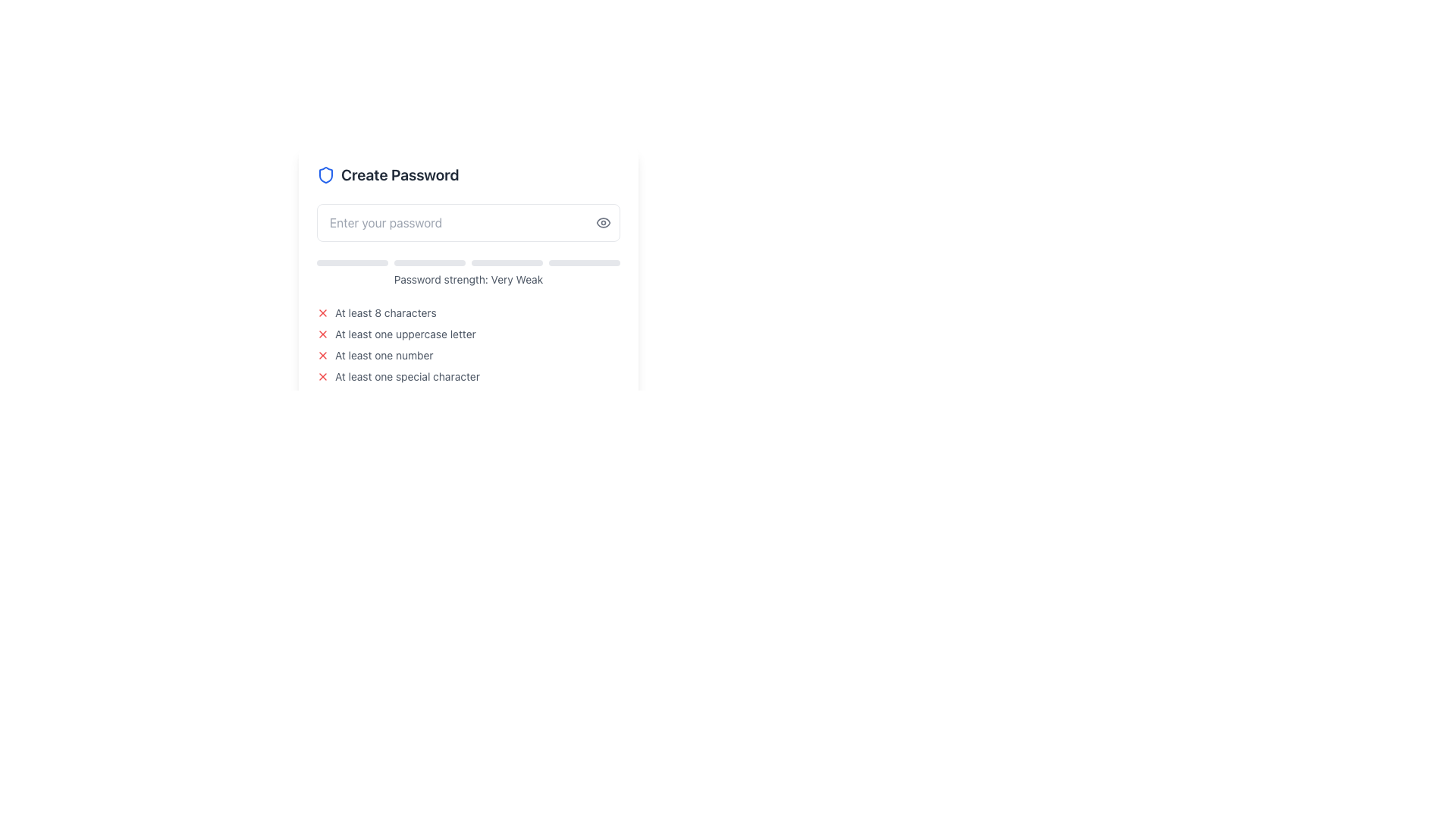 The width and height of the screenshot is (1456, 819). What do you see at coordinates (325, 174) in the screenshot?
I see `the shield-shaped icon located within the SVG element at the top-left corner of the 'Create Password' section, to the left of the heading text 'Create Password'` at bounding box center [325, 174].